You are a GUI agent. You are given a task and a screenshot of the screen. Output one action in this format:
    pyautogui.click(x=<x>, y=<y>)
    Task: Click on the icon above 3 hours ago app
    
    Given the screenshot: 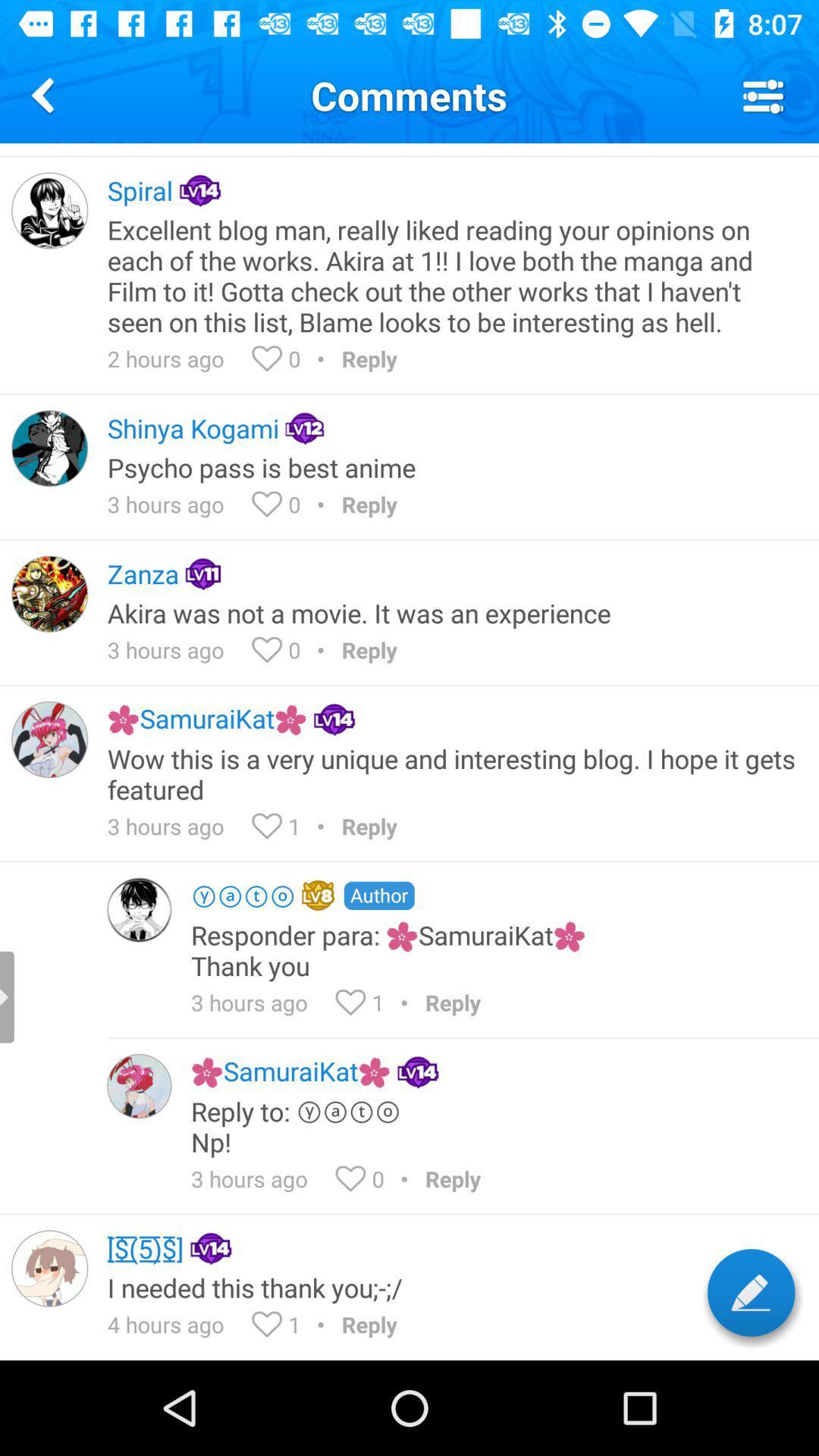 What is the action you would take?
    pyautogui.click(x=452, y=466)
    